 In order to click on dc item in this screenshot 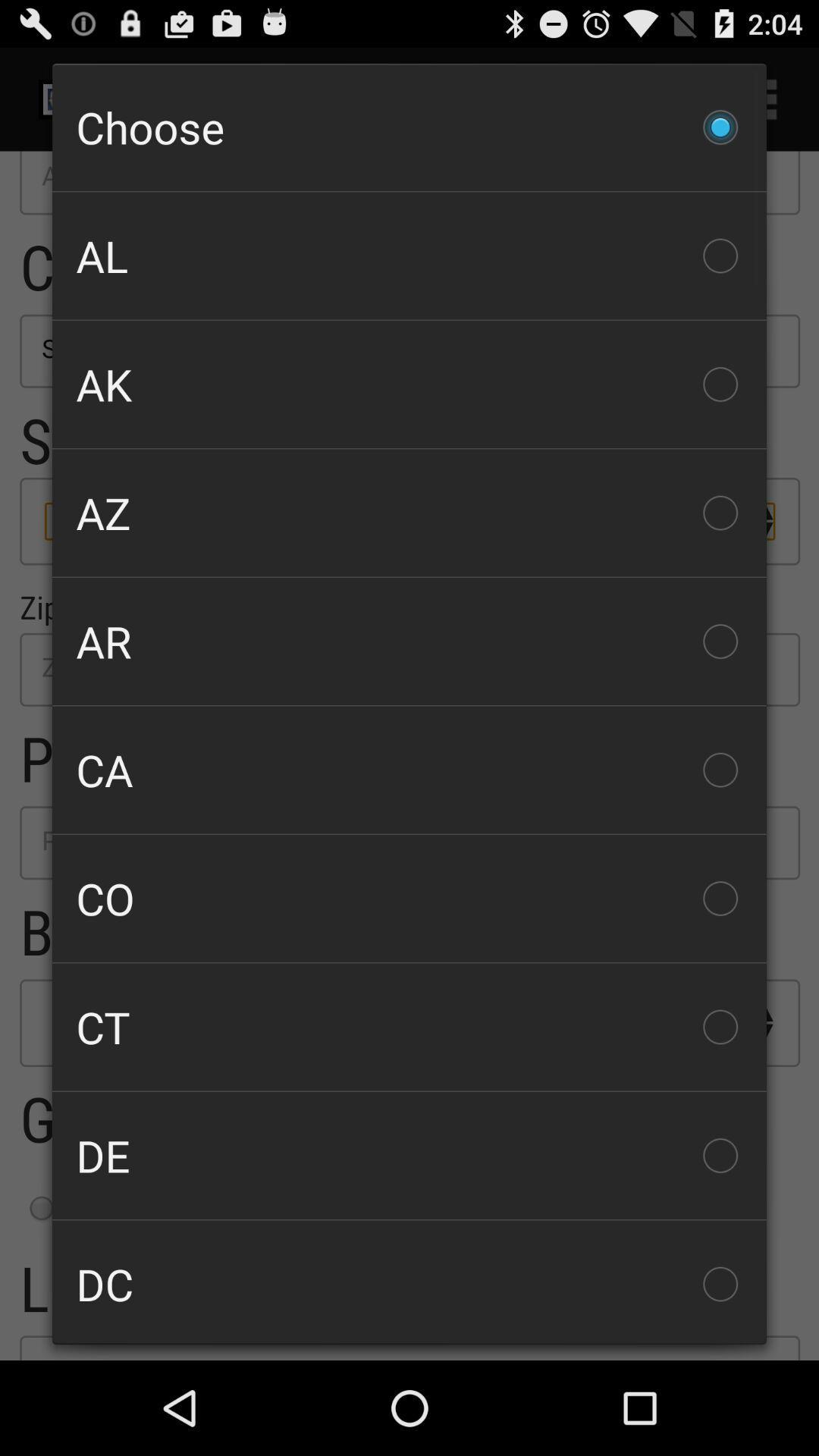, I will do `click(409, 1282)`.